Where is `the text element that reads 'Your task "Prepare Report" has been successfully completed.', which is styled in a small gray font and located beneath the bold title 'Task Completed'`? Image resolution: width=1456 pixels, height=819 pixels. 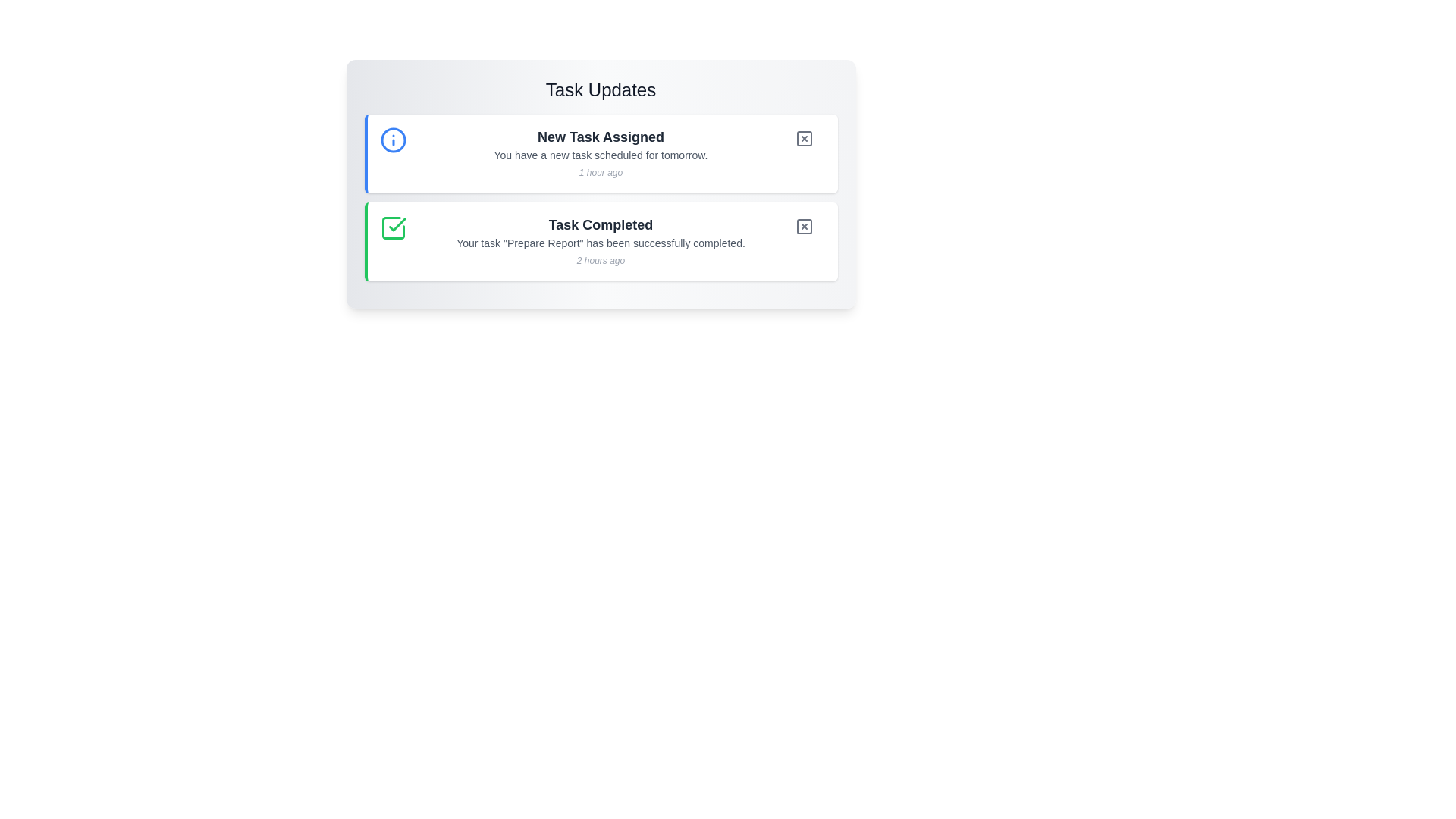
the text element that reads 'Your task "Prepare Report" has been successfully completed.', which is styled in a small gray font and located beneath the bold title 'Task Completed' is located at coordinates (600, 242).